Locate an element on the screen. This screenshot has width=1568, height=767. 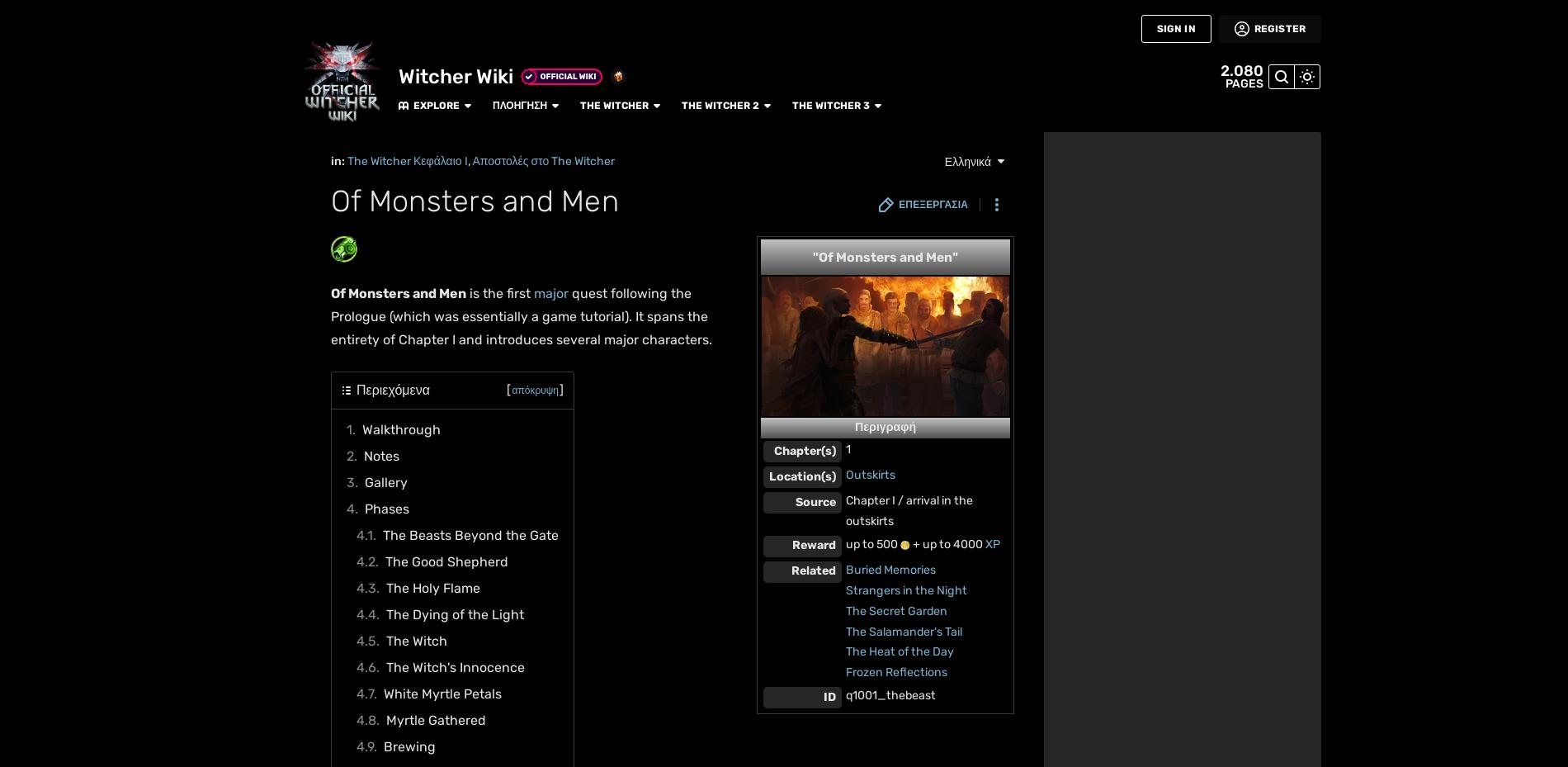
'The Witcher 2' is located at coordinates (480, 17).